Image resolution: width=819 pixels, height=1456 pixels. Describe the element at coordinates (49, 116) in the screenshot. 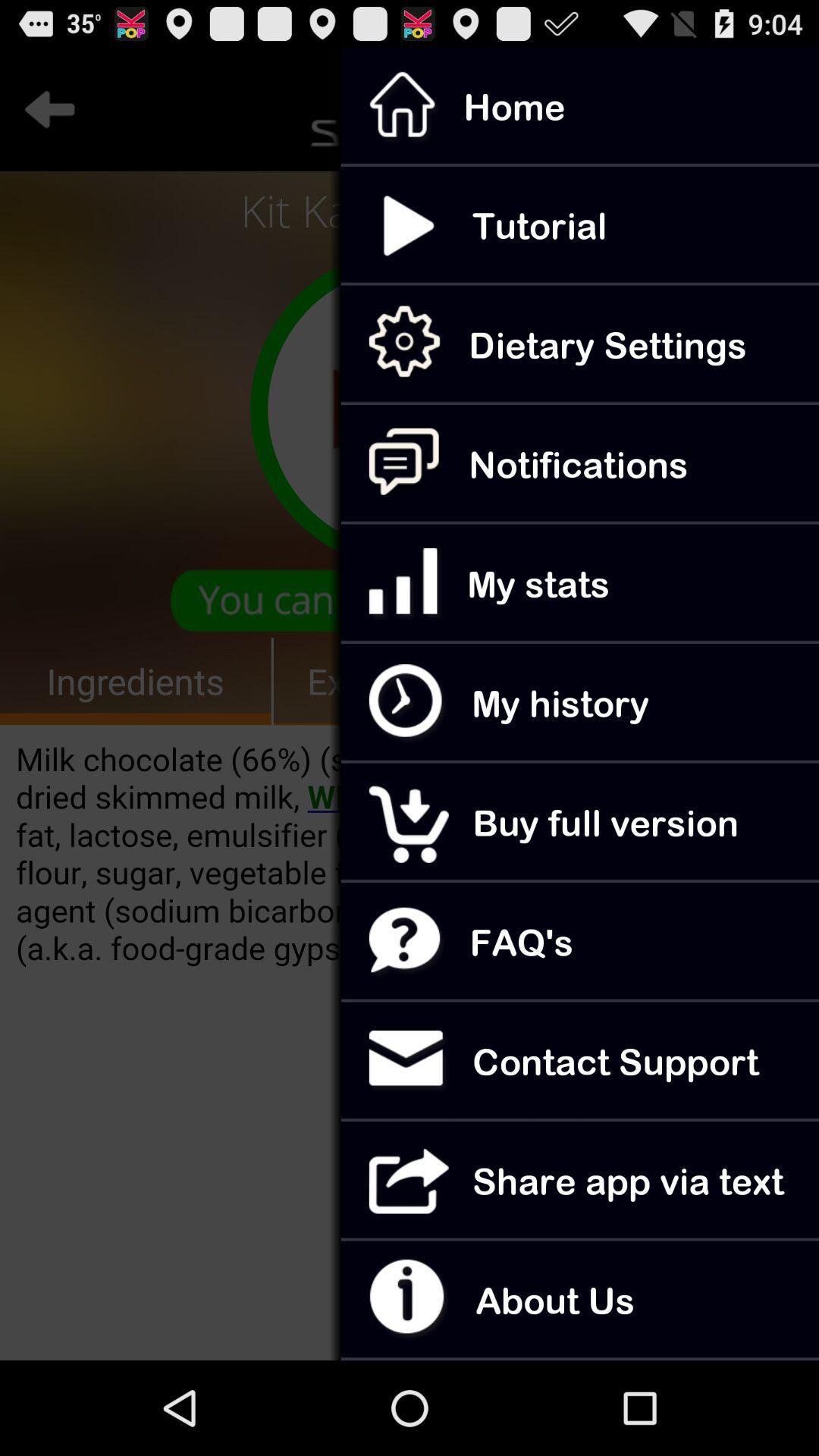

I see `the arrow_backward icon` at that location.